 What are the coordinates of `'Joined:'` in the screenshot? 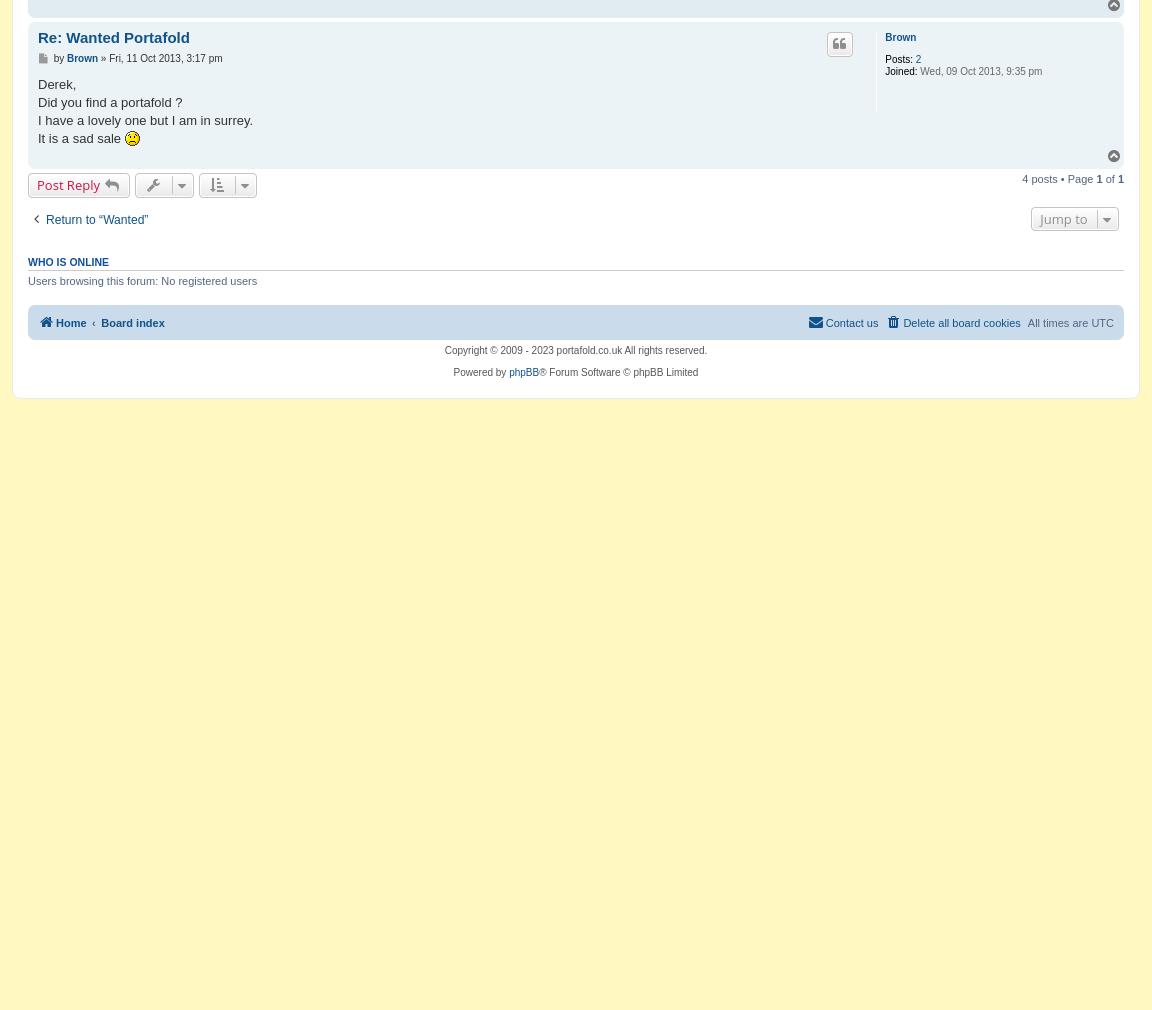 It's located at (899, 70).